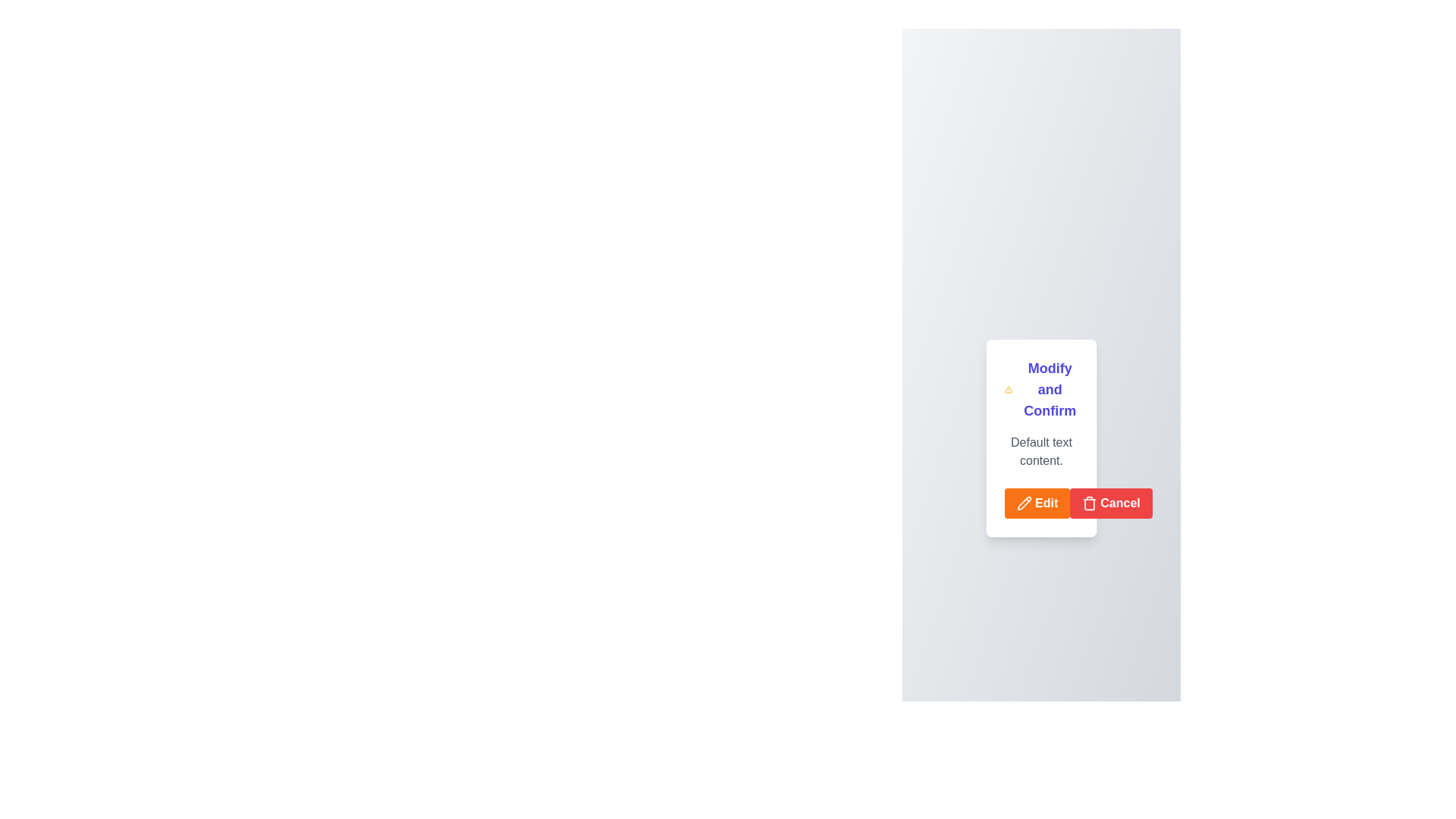 The width and height of the screenshot is (1456, 819). What do you see at coordinates (1037, 503) in the screenshot?
I see `the edit button located below the main informational content and to the left of the 'Cancel' button` at bounding box center [1037, 503].